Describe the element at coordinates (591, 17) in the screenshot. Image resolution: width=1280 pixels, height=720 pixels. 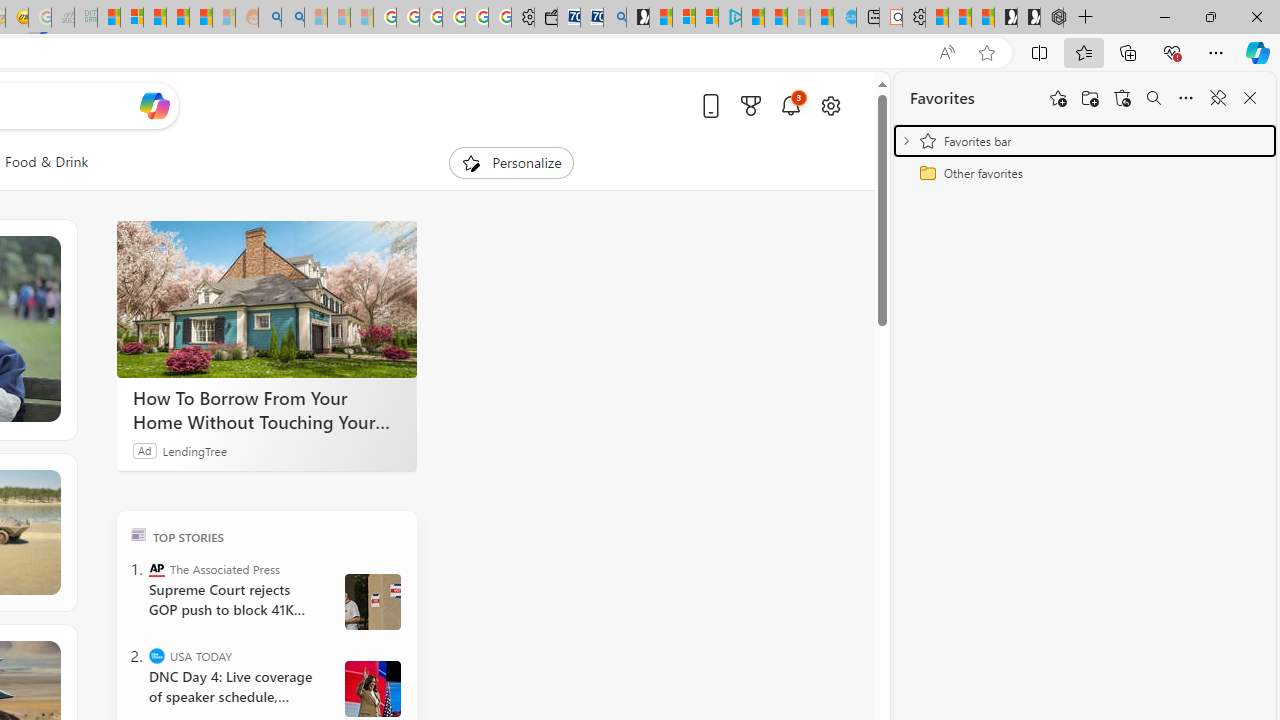
I see `'Cheap Car Rentals - Save70.com'` at that location.